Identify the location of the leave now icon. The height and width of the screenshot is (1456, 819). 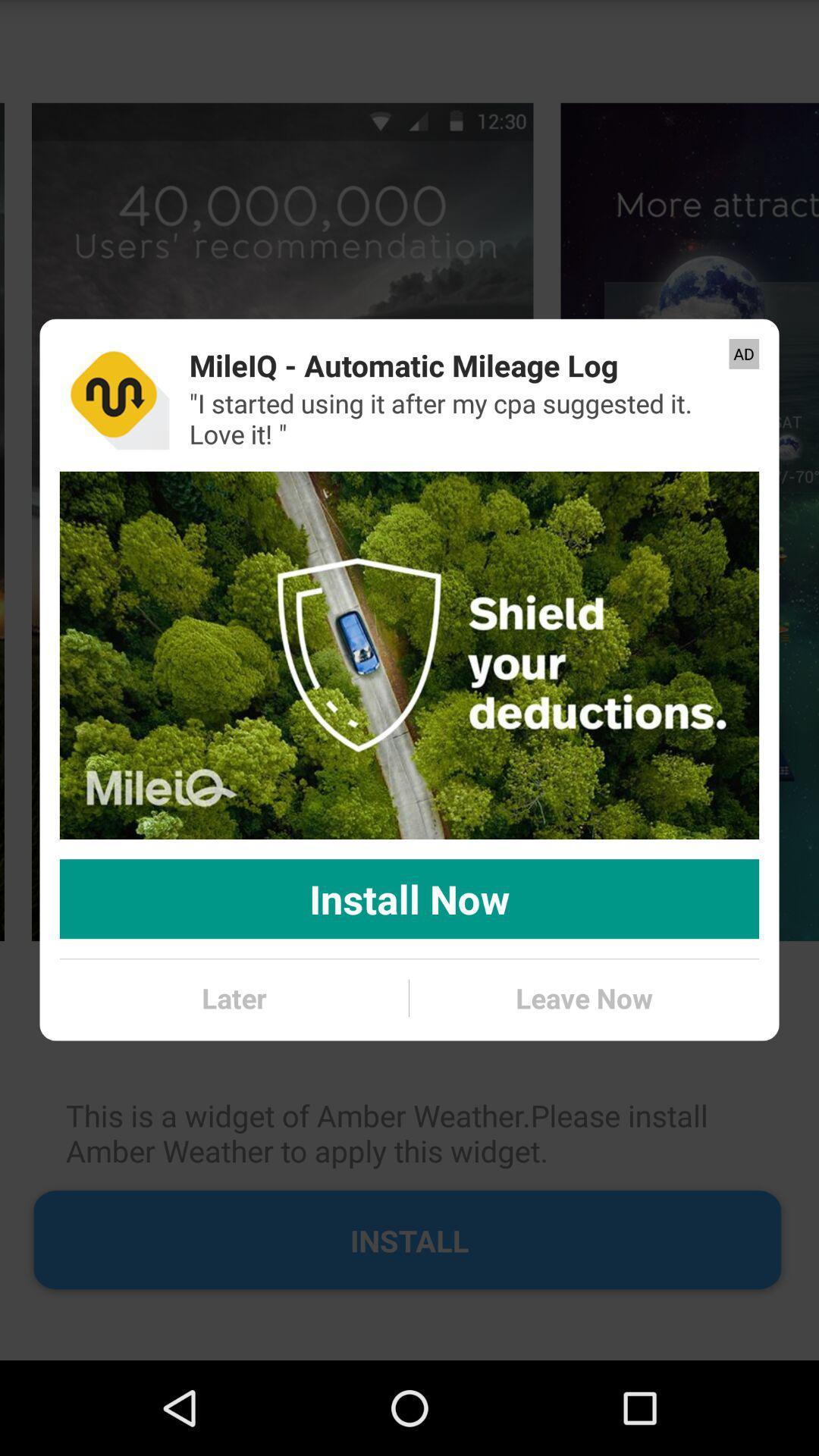
(583, 998).